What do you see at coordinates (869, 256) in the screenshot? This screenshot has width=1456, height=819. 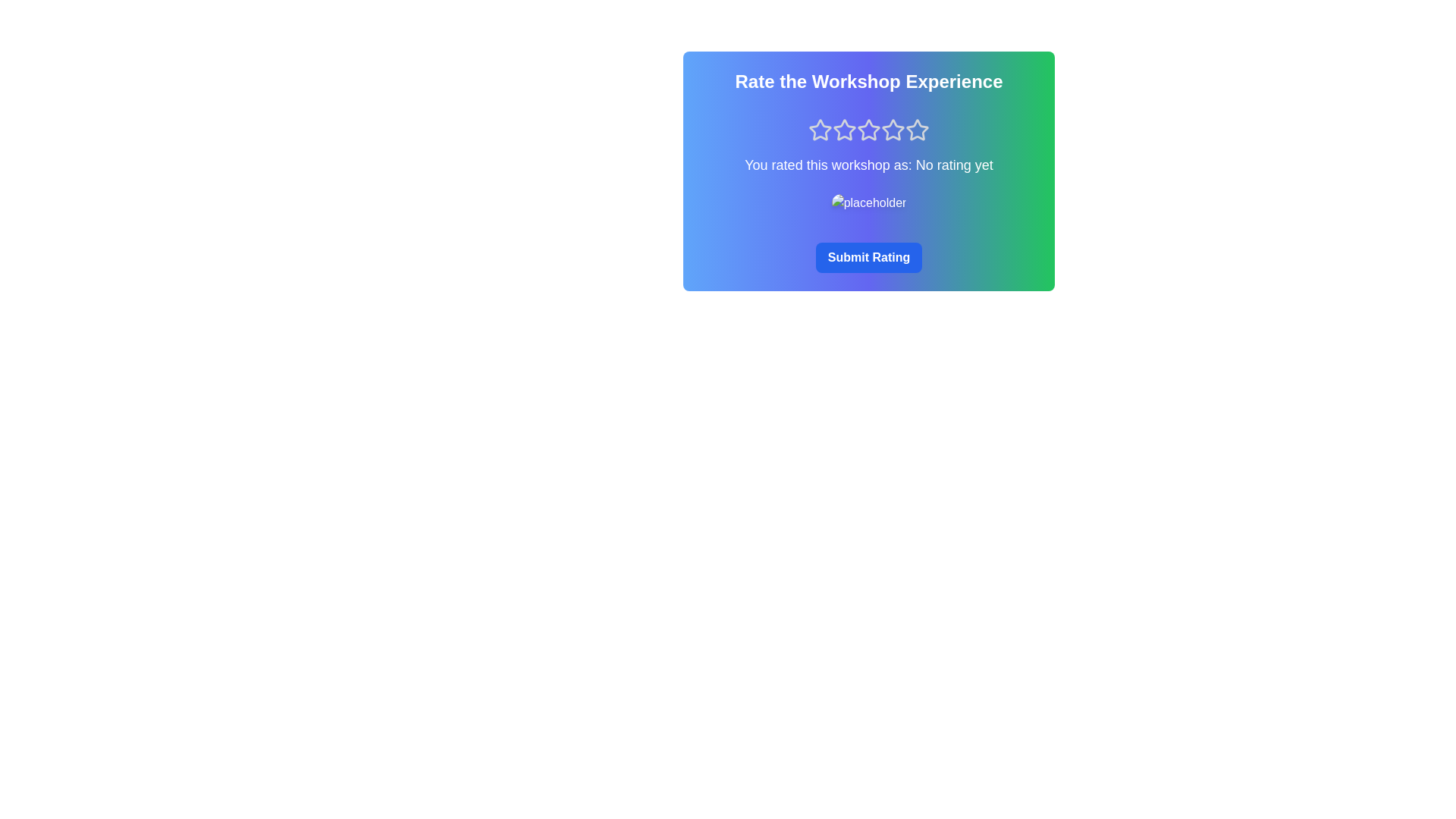 I see `the 'Submit Rating' button to submit the selected rating` at bounding box center [869, 256].